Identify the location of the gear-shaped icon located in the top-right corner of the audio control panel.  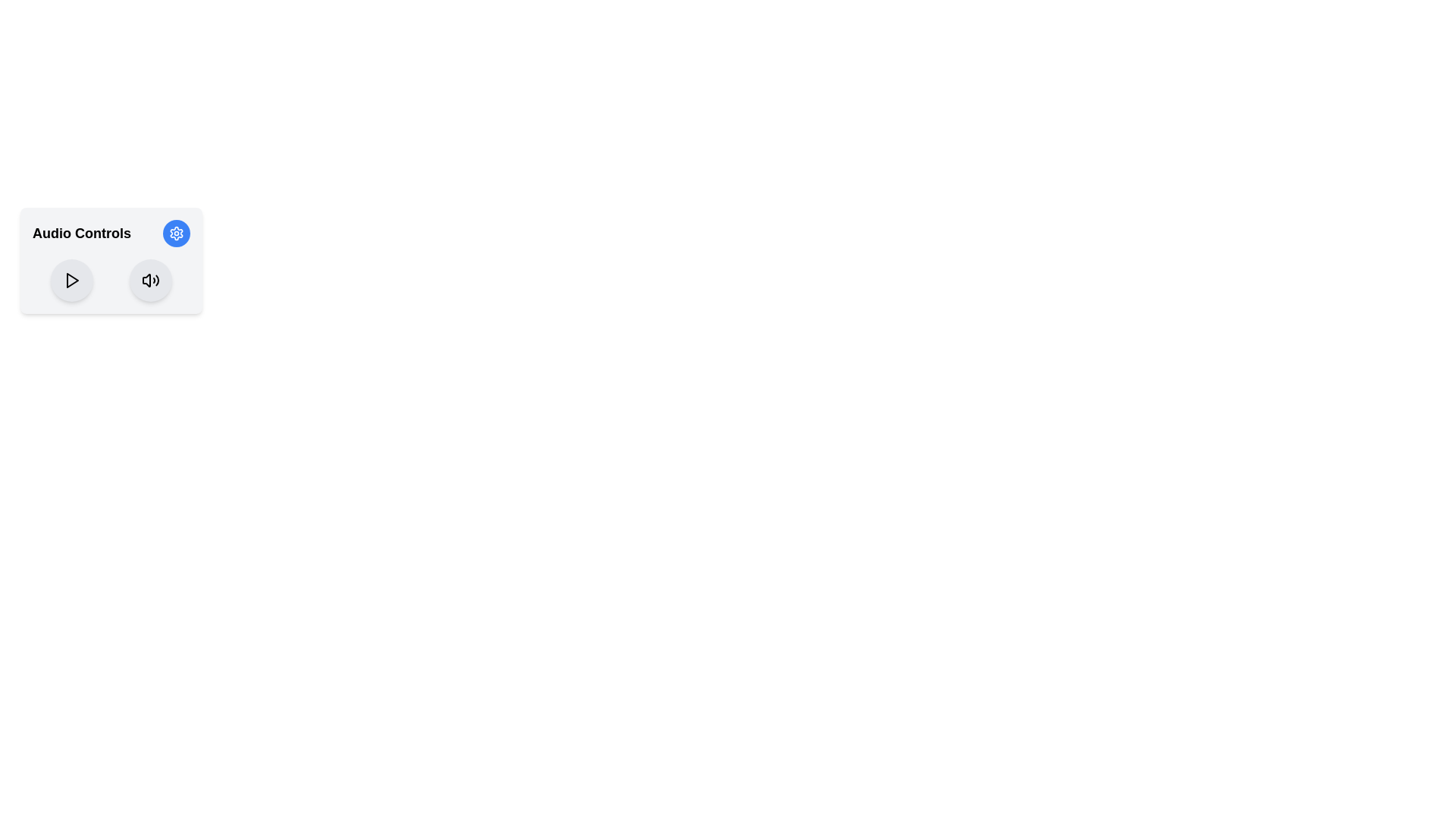
(177, 234).